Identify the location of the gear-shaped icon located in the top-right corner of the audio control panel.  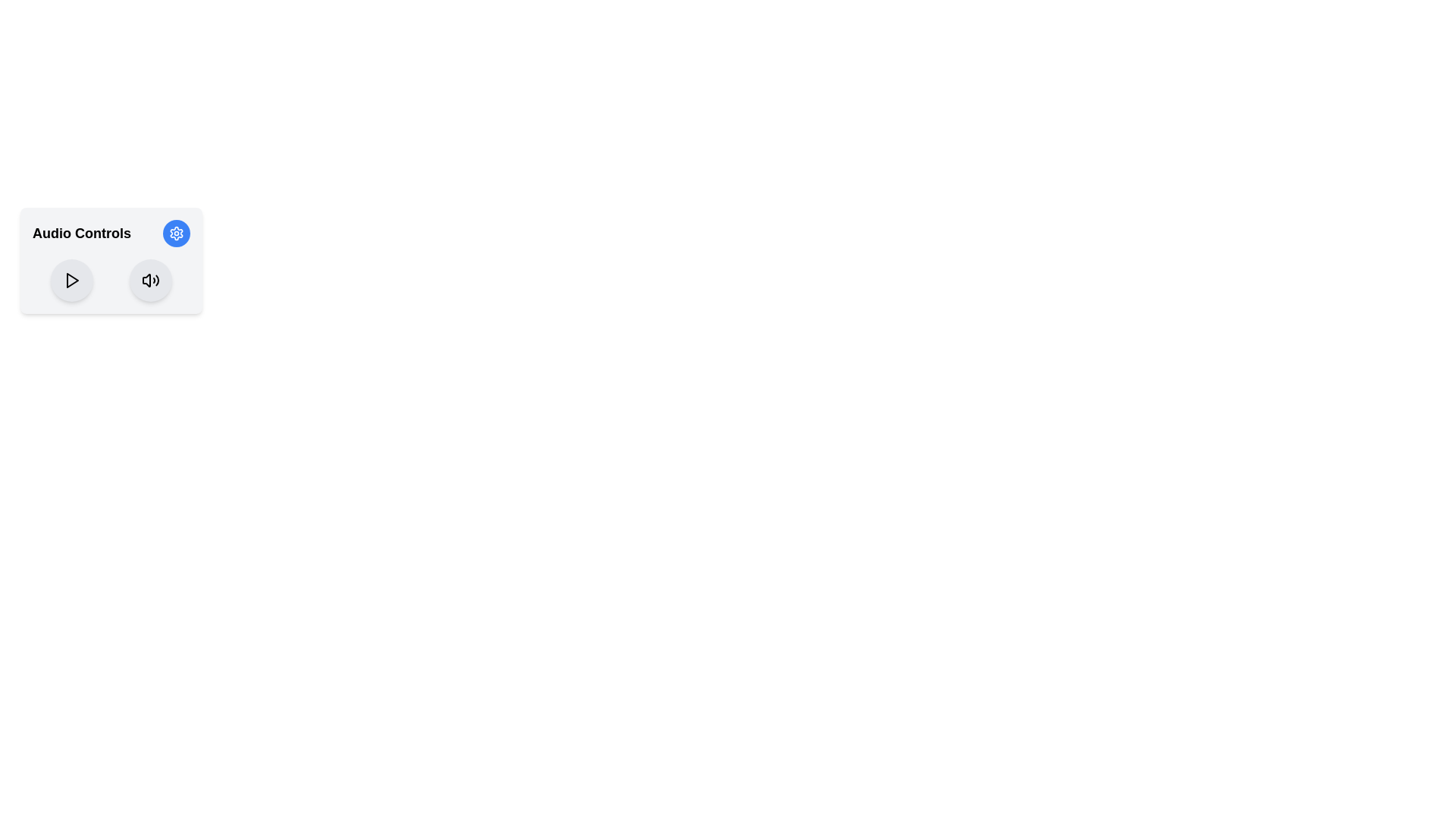
(177, 234).